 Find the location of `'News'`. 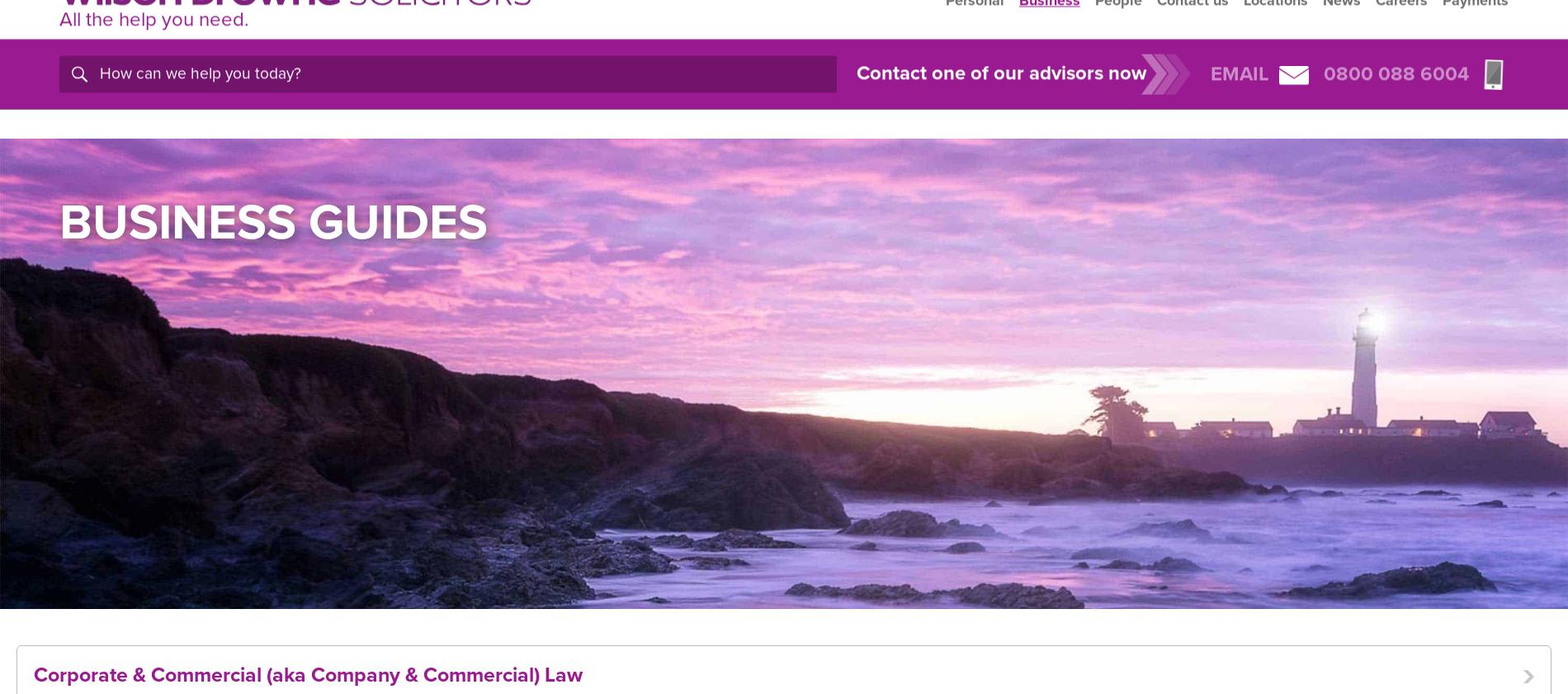

'News' is located at coordinates (1342, 37).